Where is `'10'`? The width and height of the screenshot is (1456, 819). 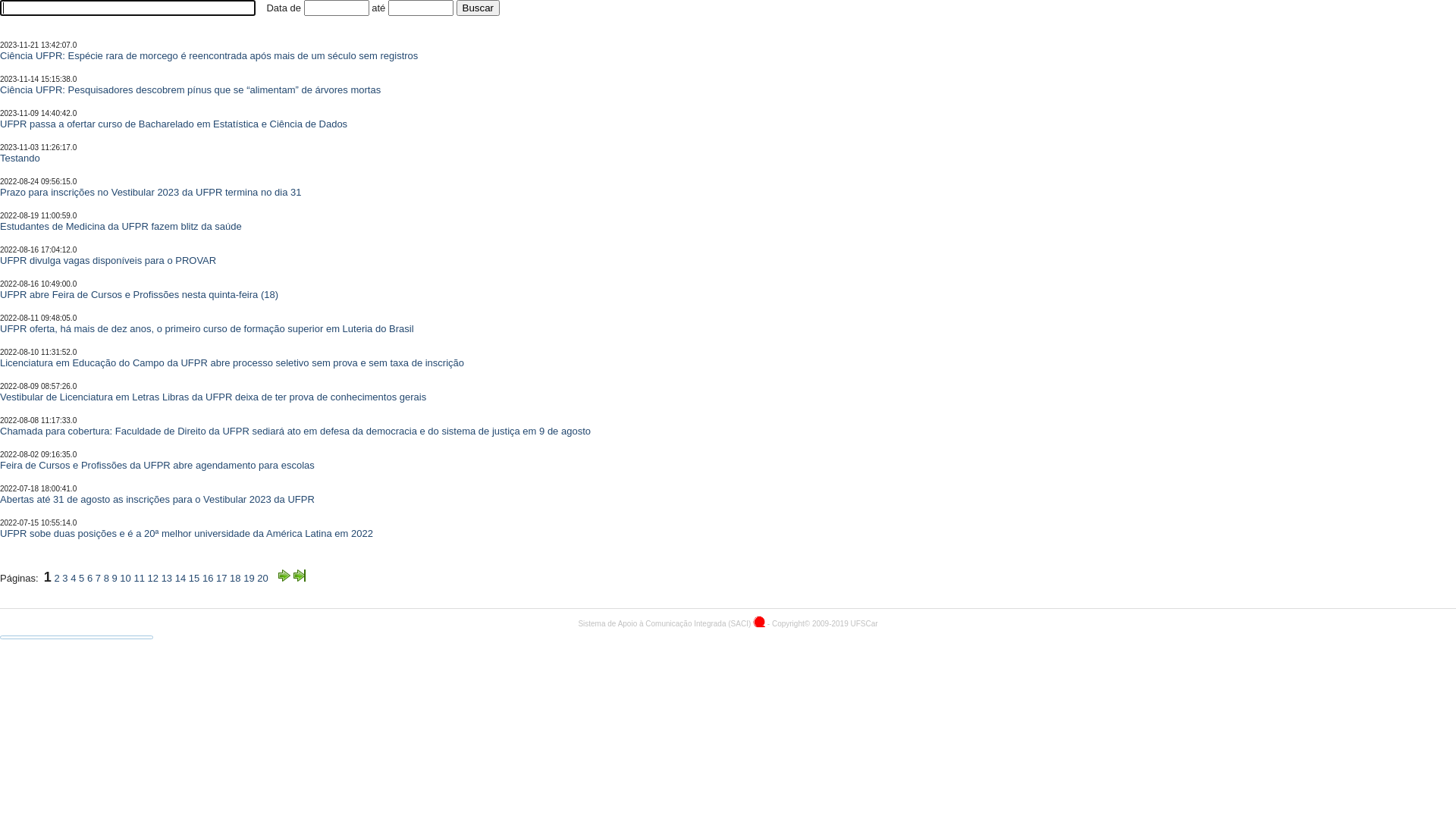
'10' is located at coordinates (124, 578).